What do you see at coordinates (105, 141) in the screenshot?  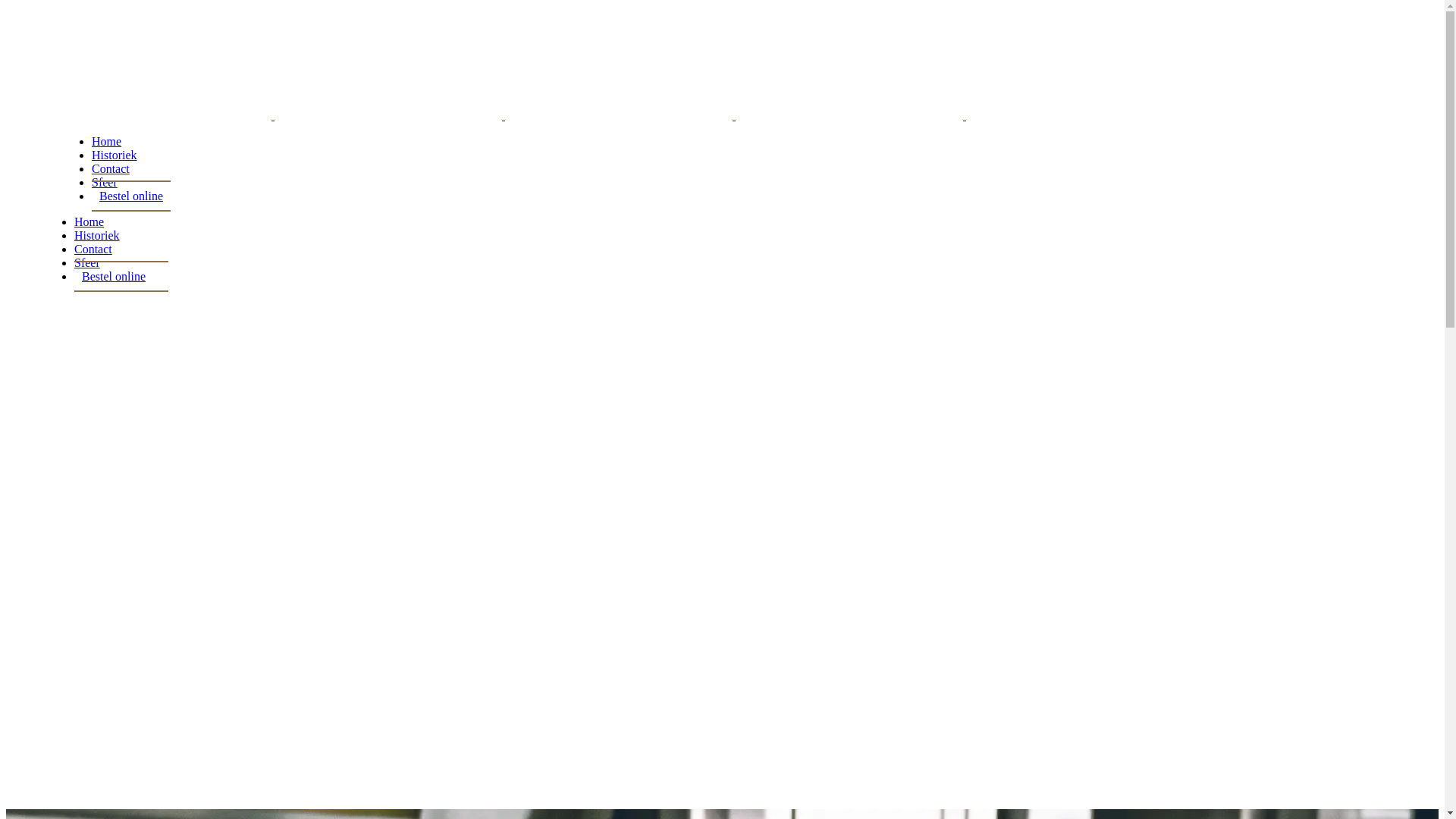 I see `'Home'` at bounding box center [105, 141].